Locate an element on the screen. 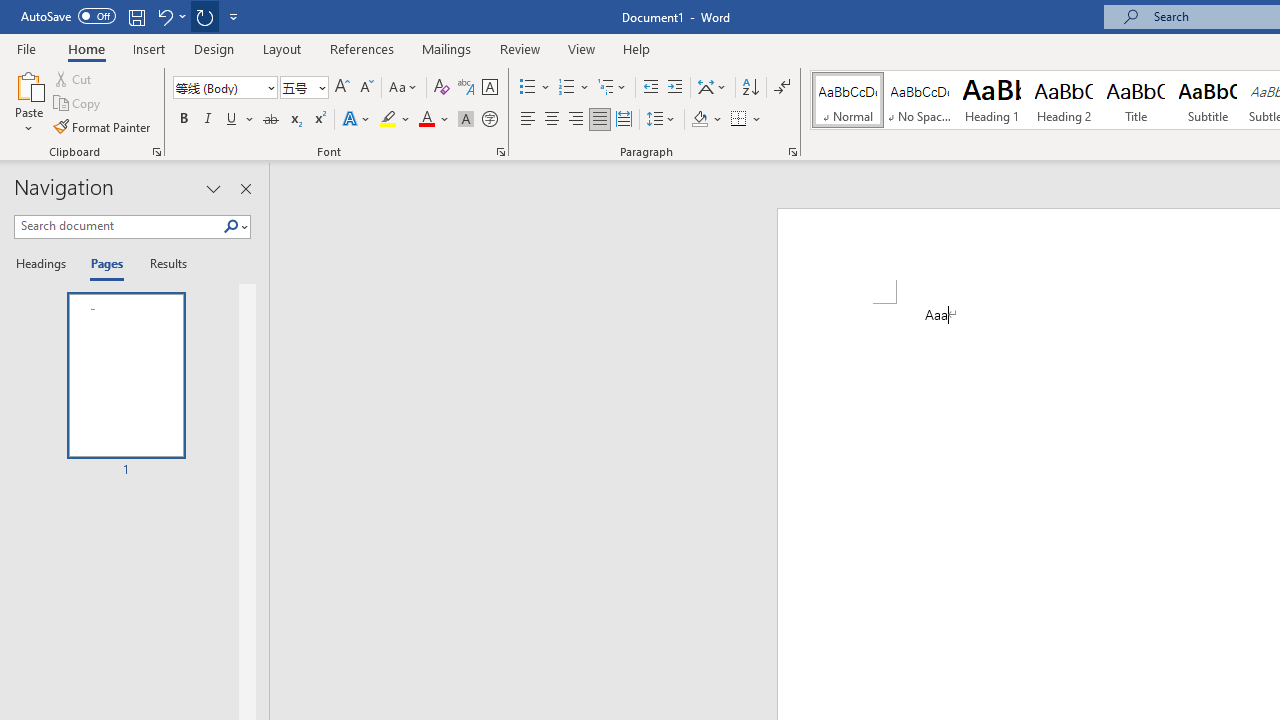 This screenshot has height=720, width=1280. 'Class: NetUIImage' is located at coordinates (231, 225).